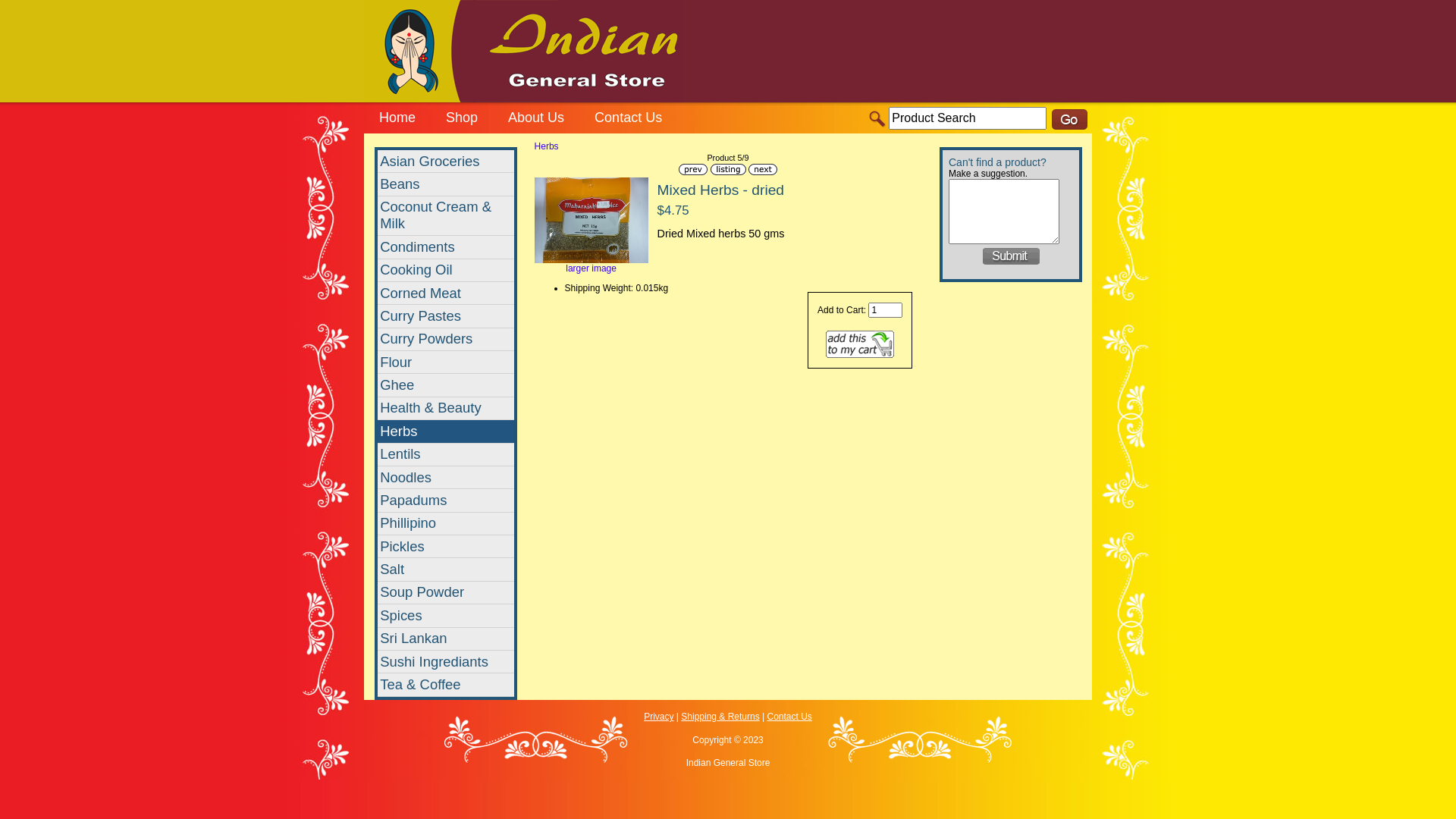 The image size is (1456, 819). What do you see at coordinates (748, 169) in the screenshot?
I see `' Next '` at bounding box center [748, 169].